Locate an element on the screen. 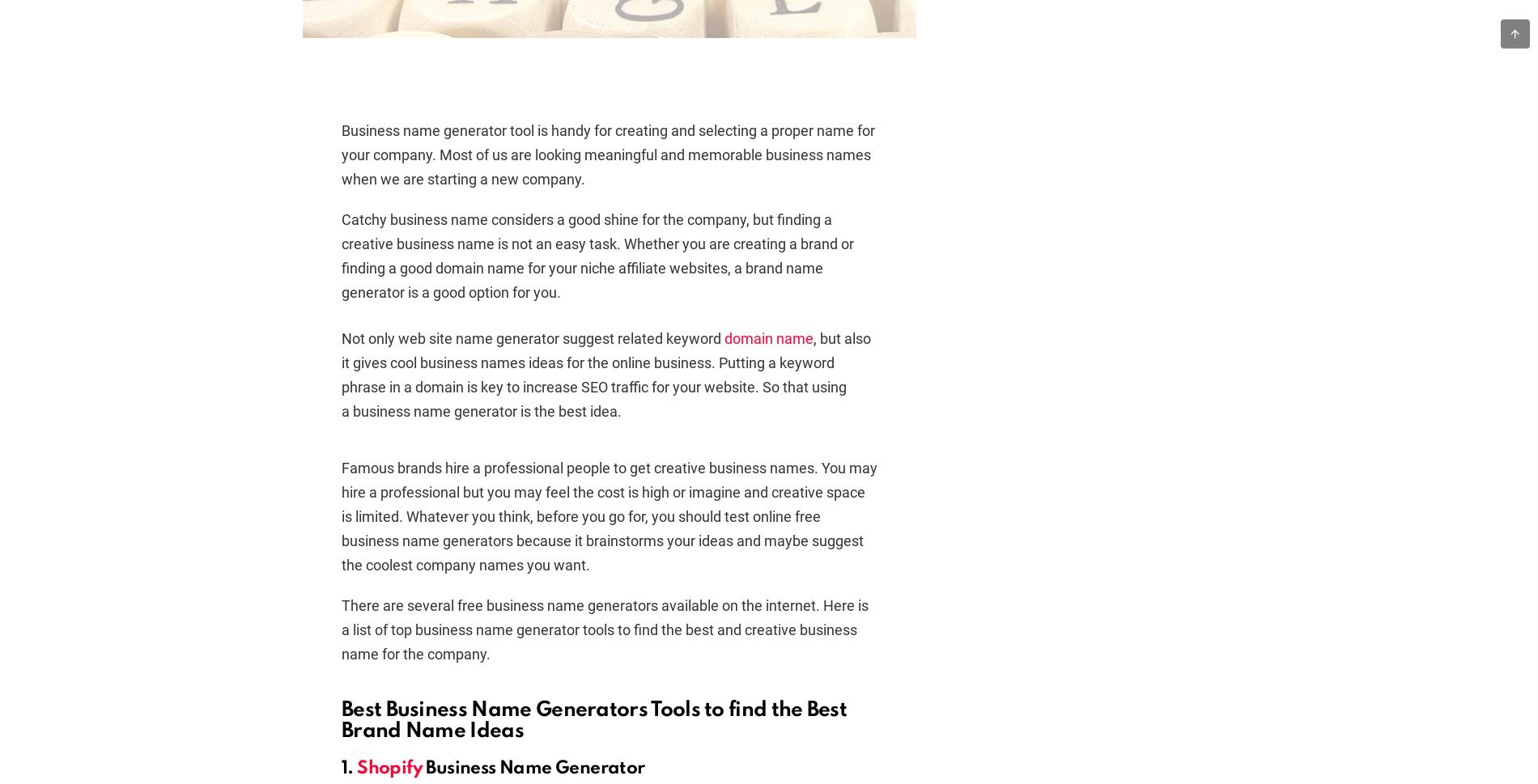  'domain name' is located at coordinates (769, 337).